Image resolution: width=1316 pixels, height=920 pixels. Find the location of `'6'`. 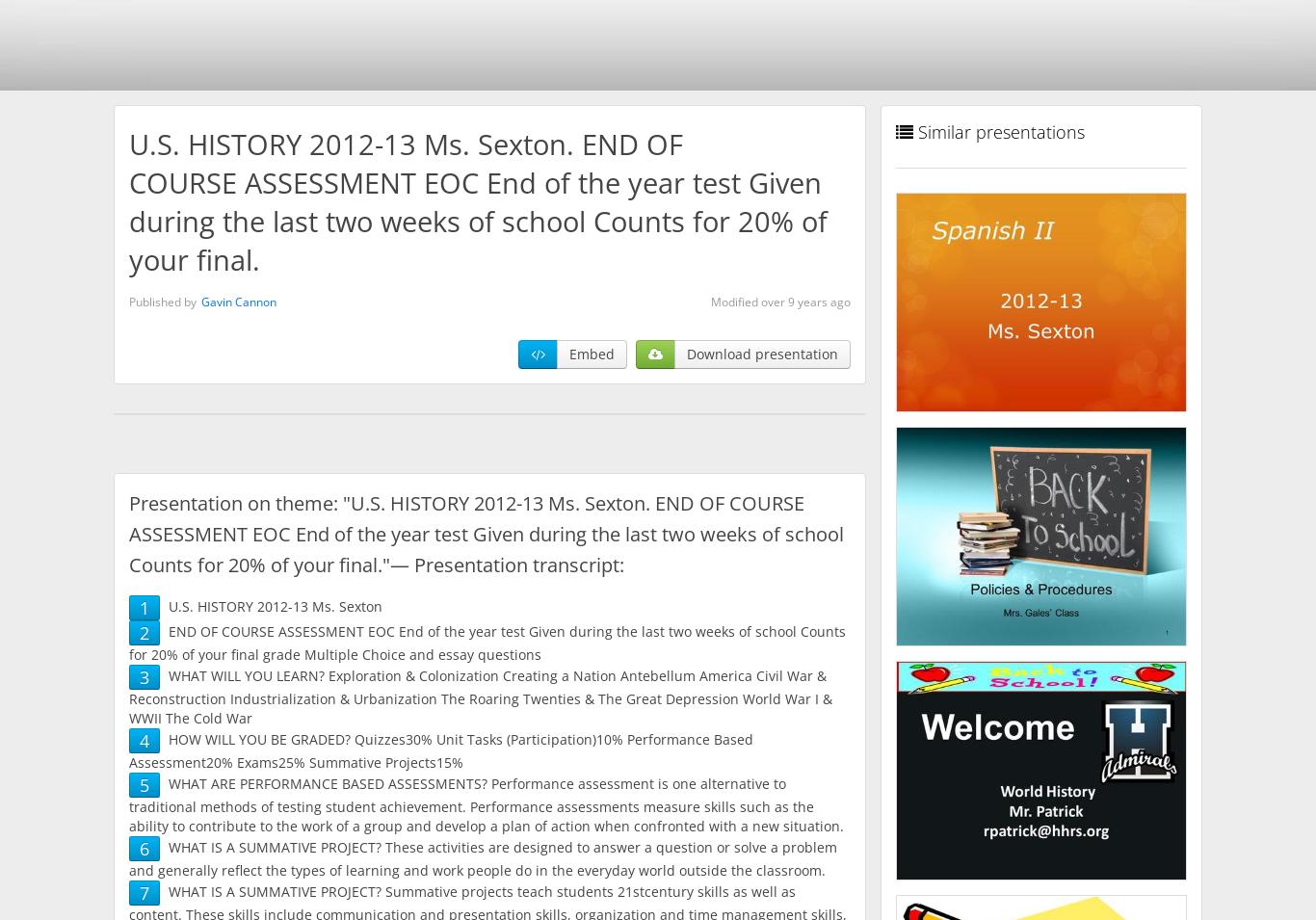

'6' is located at coordinates (143, 848).